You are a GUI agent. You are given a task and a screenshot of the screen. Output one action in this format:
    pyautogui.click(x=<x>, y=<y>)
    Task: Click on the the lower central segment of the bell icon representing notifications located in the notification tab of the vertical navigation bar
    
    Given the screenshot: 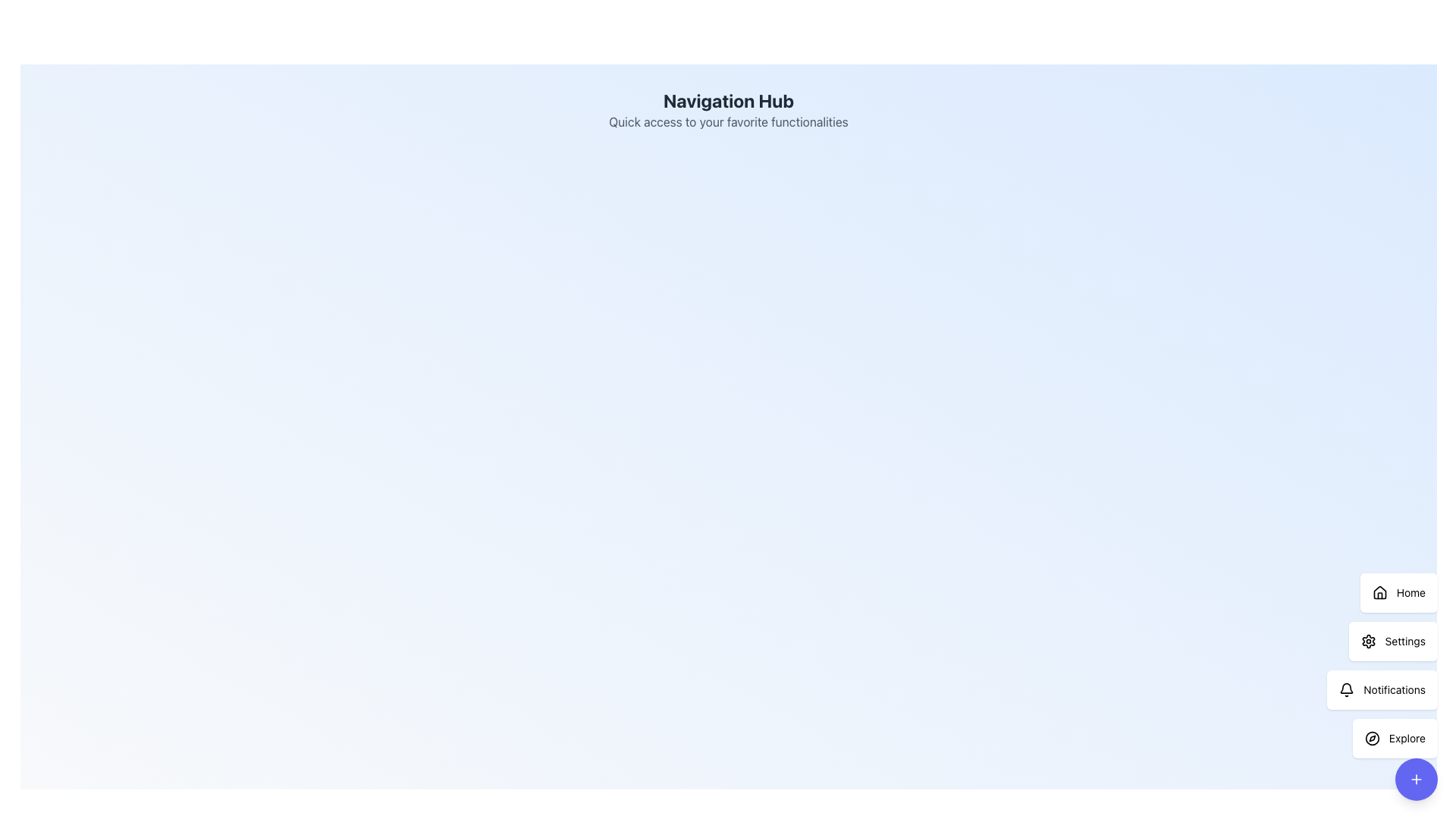 What is the action you would take?
    pyautogui.click(x=1347, y=688)
    